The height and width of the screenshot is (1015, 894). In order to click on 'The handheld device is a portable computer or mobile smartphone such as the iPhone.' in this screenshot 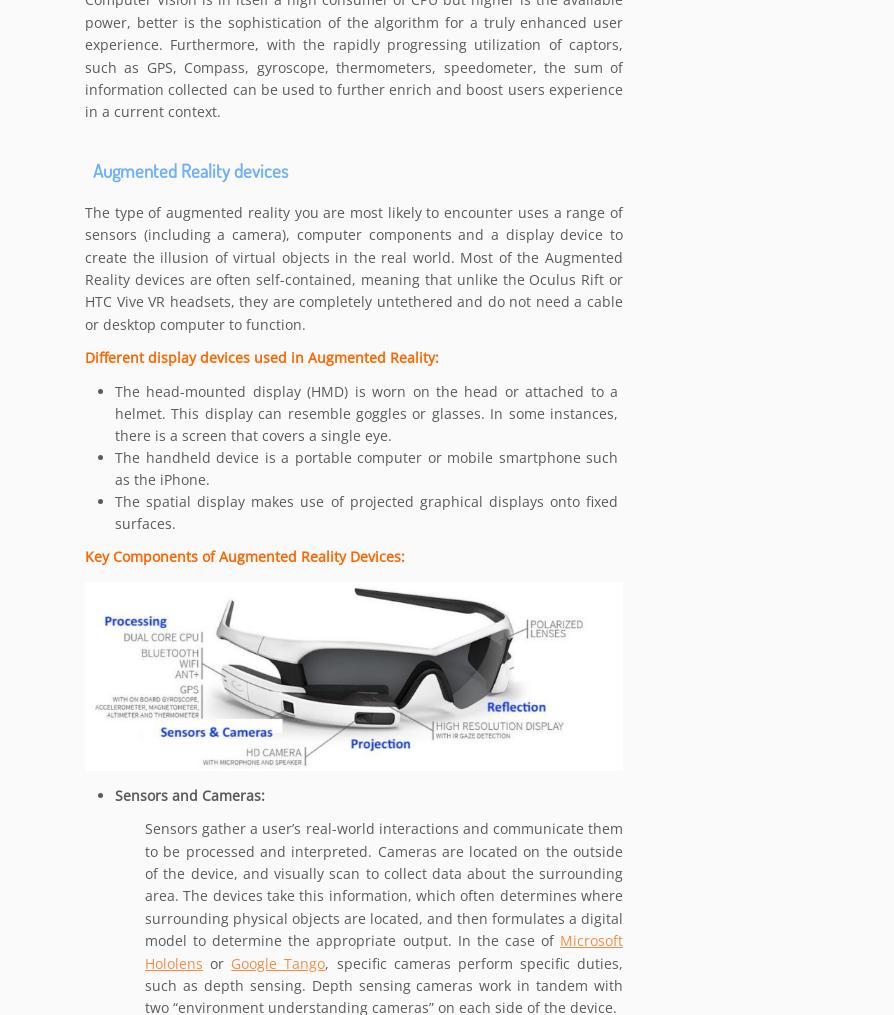, I will do `click(365, 468)`.